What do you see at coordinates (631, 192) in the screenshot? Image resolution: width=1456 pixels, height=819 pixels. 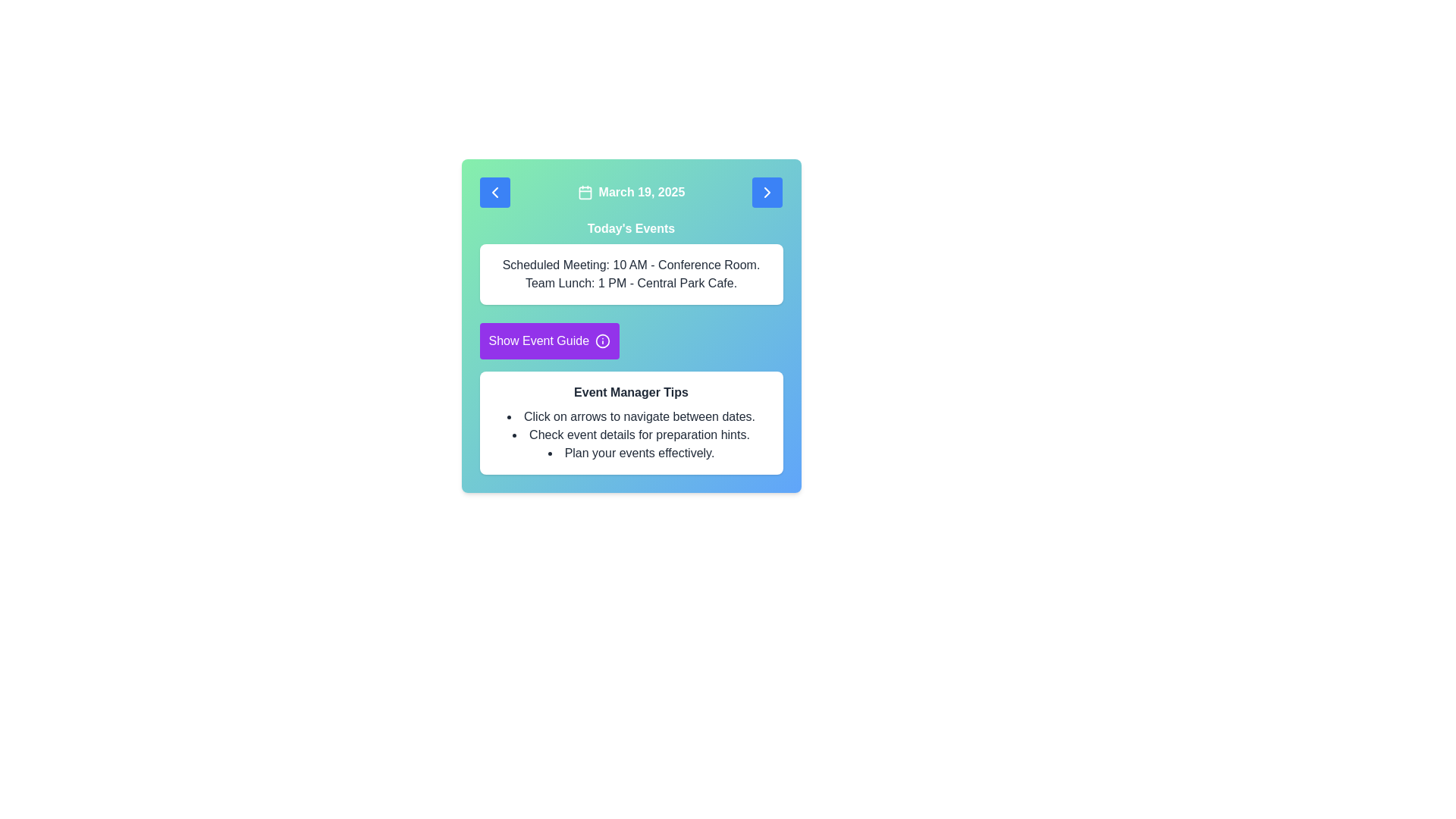 I see `displayed date 'March 19, 2025' from the Date display element, which includes a calendar icon and is styled with a bold font against a greenish gradient background` at bounding box center [631, 192].